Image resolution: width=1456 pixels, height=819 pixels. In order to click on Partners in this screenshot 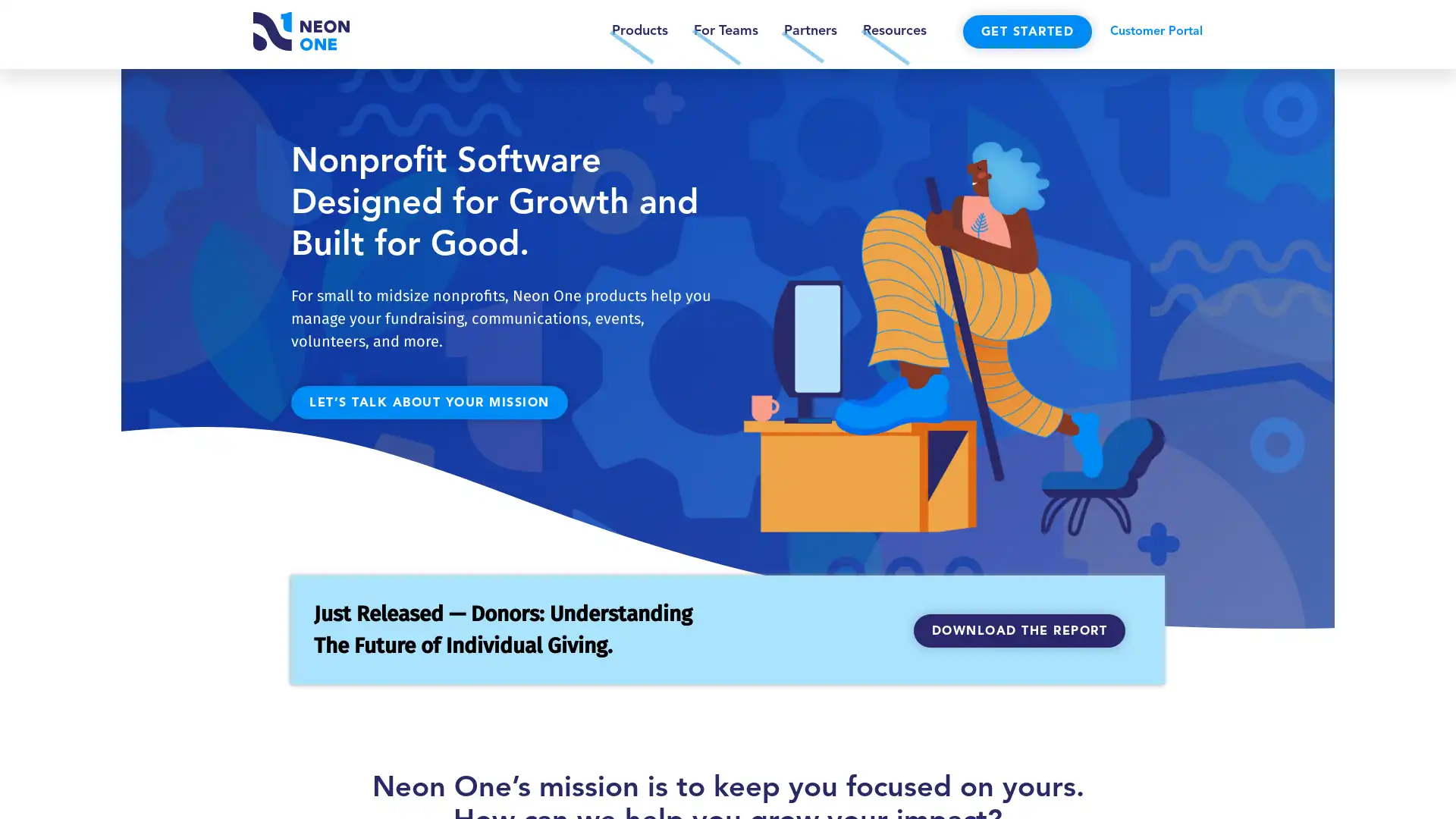, I will do `click(809, 31)`.